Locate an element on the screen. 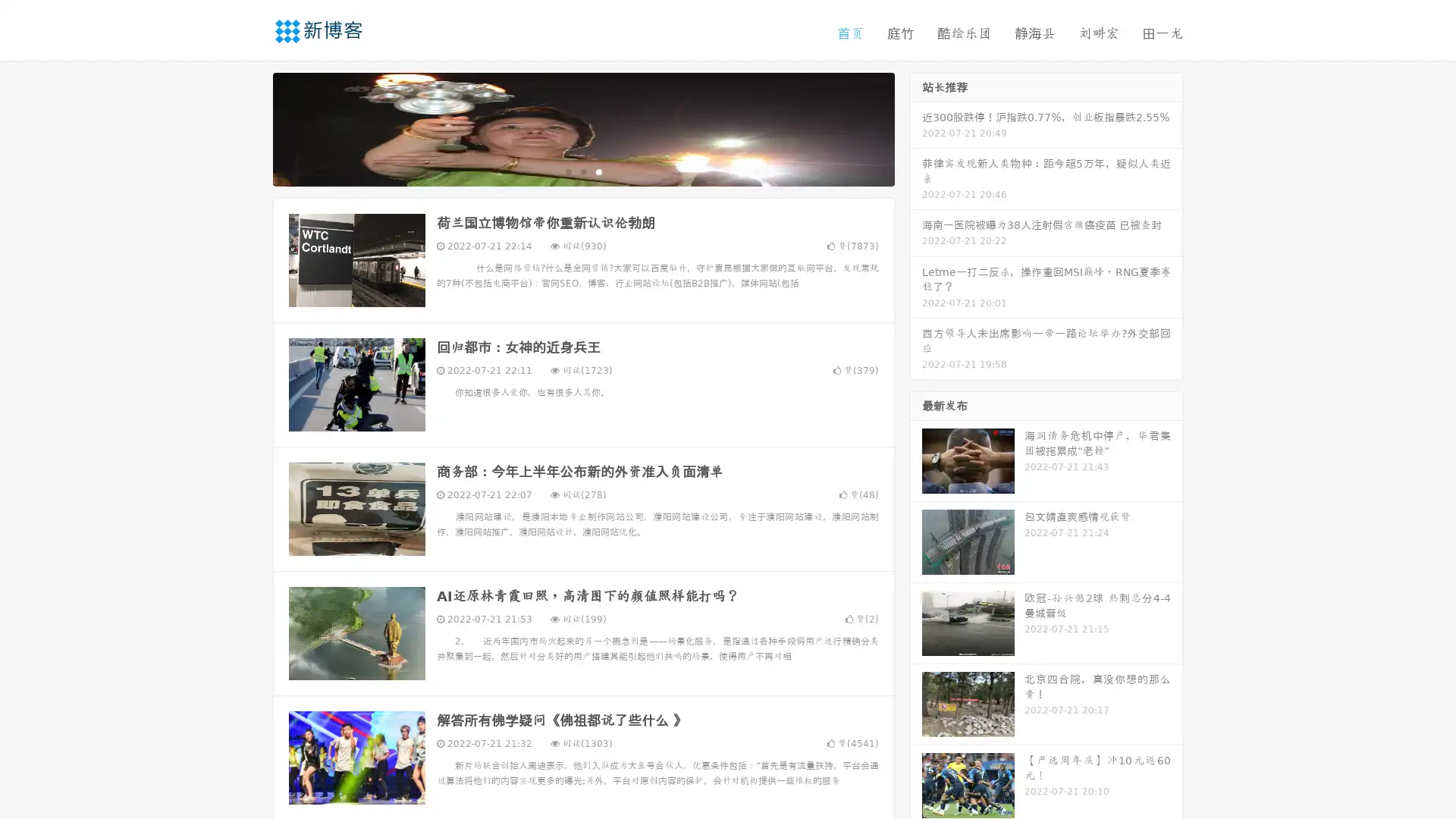  Go to slide 1 is located at coordinates (567, 171).